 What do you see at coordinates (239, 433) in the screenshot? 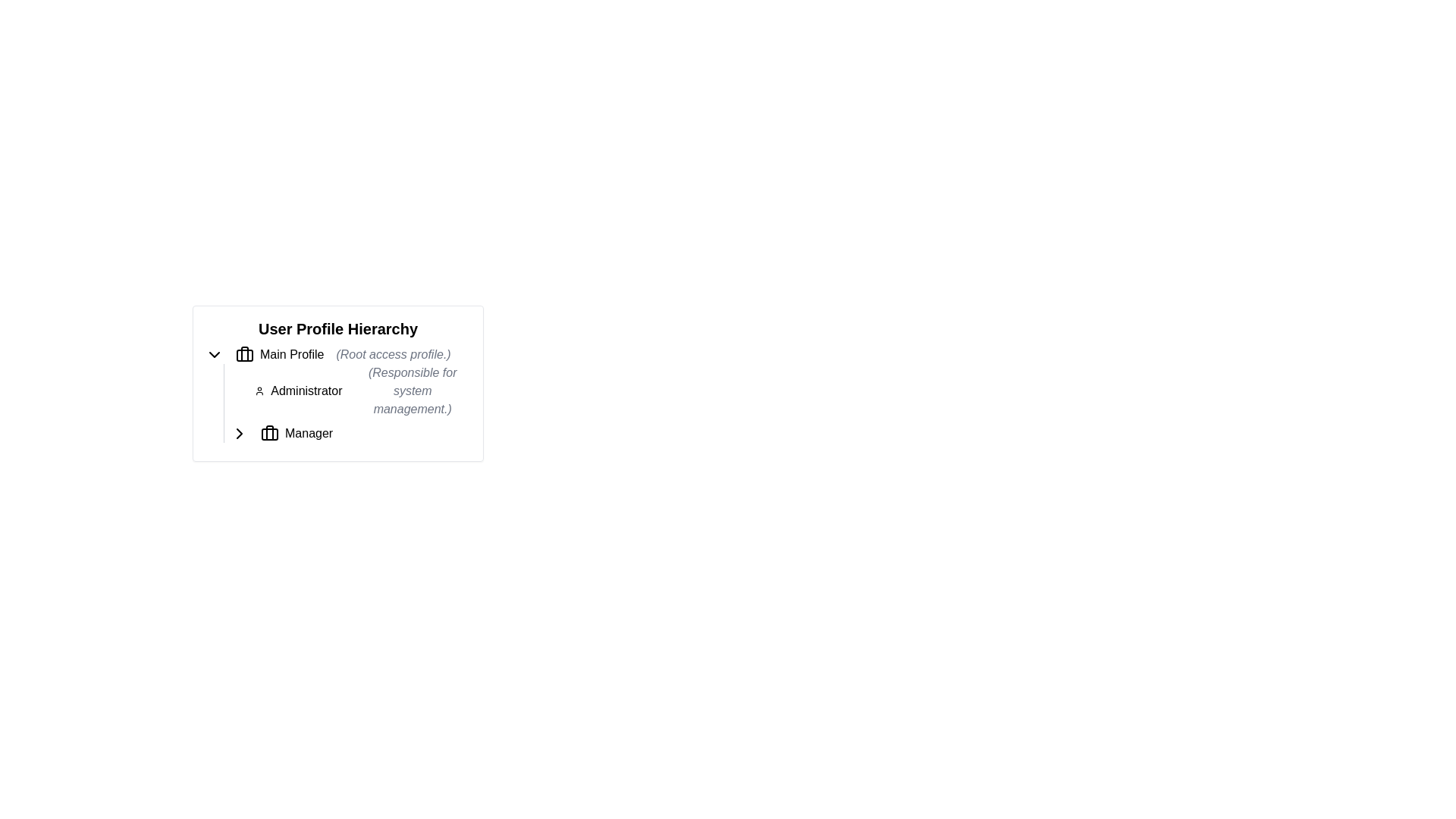
I see `the rightward-facing chevron icon that is styled with a thin line, positioned adjacent to the text 'Manager'` at bounding box center [239, 433].